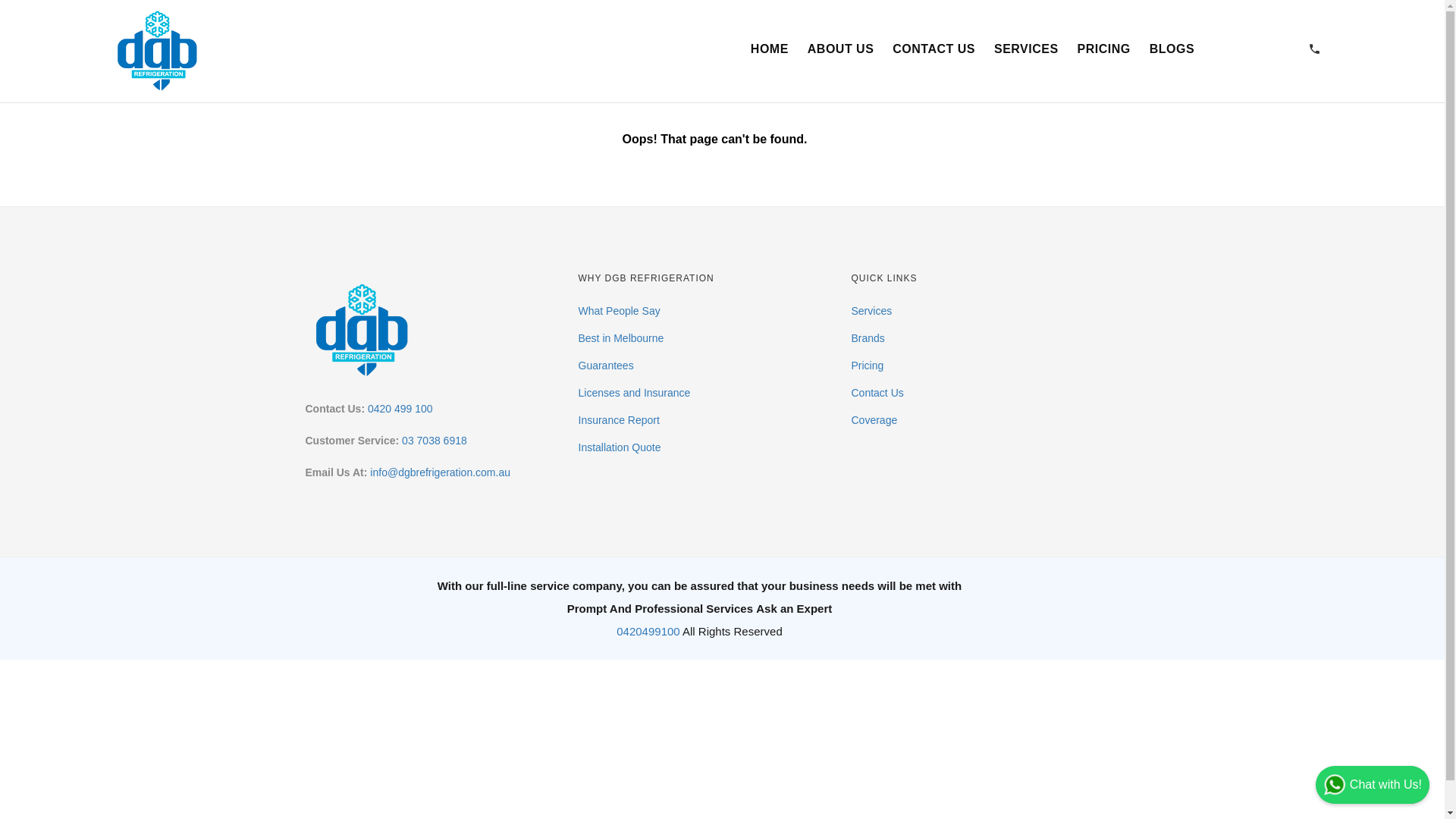  Describe the element at coordinates (933, 49) in the screenshot. I see `'CONTACT US'` at that location.